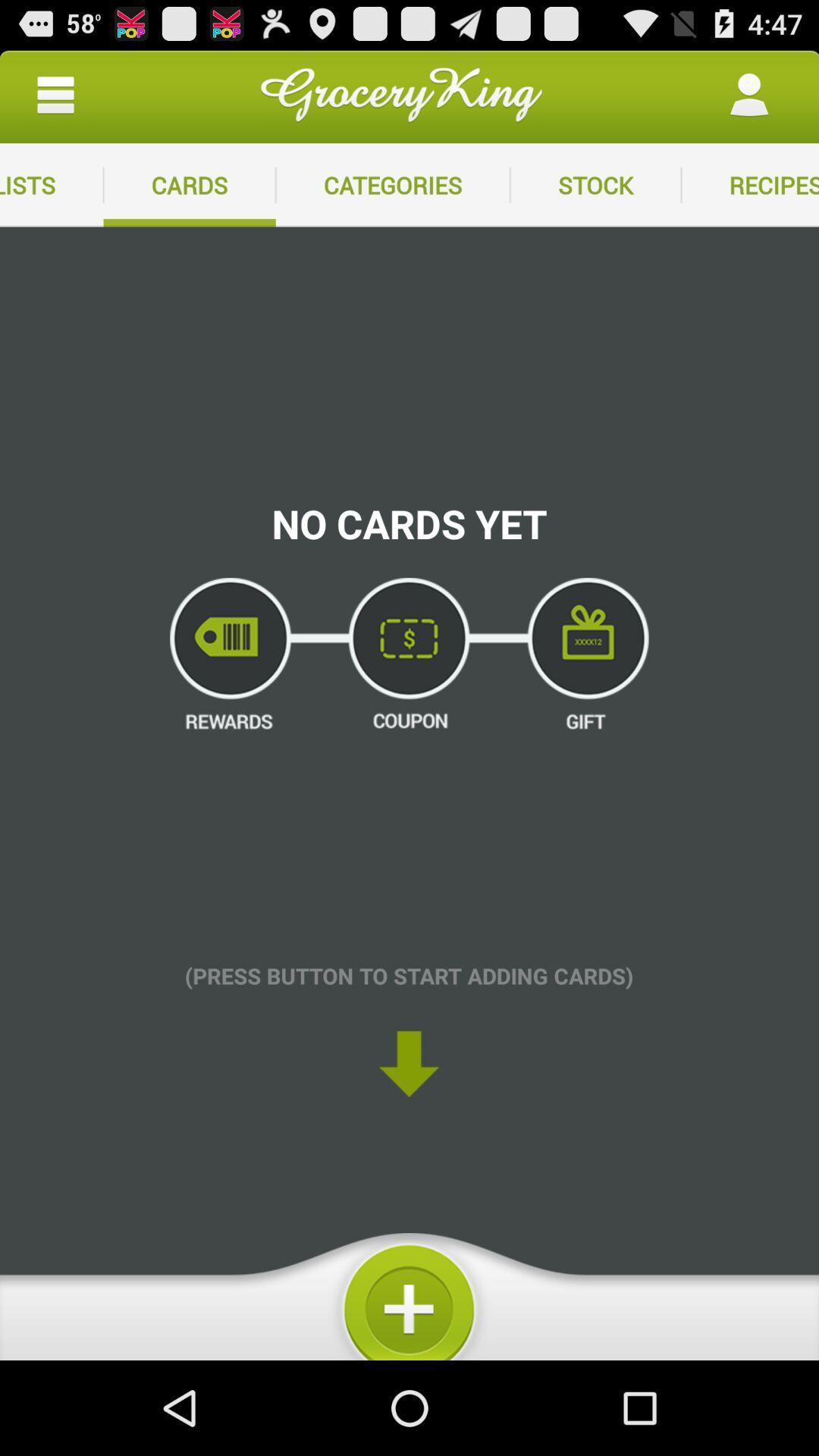 The image size is (819, 1456). I want to click on the icon next to the cards icon, so click(51, 184).